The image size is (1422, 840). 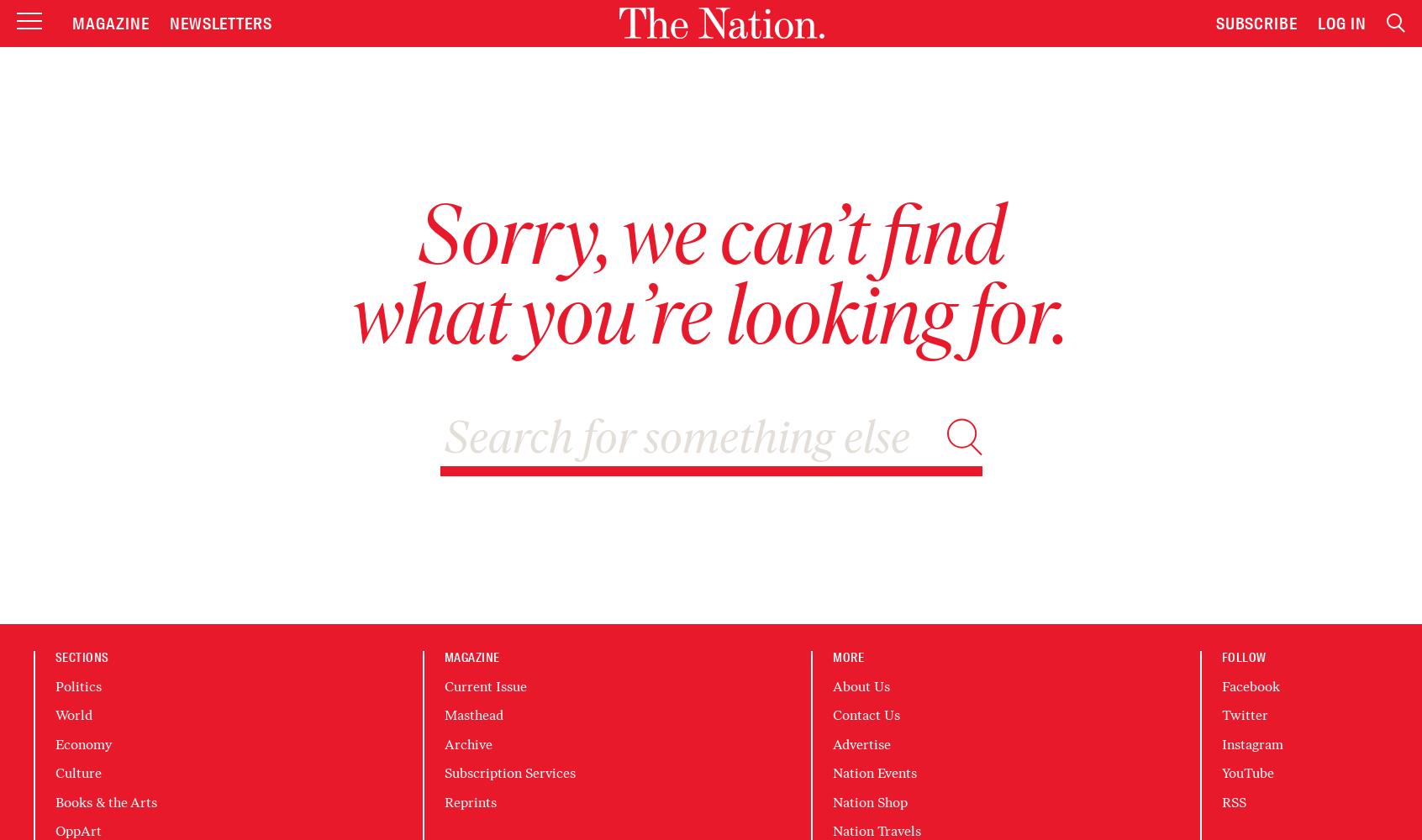 I want to click on 'RSS', so click(x=1232, y=801).